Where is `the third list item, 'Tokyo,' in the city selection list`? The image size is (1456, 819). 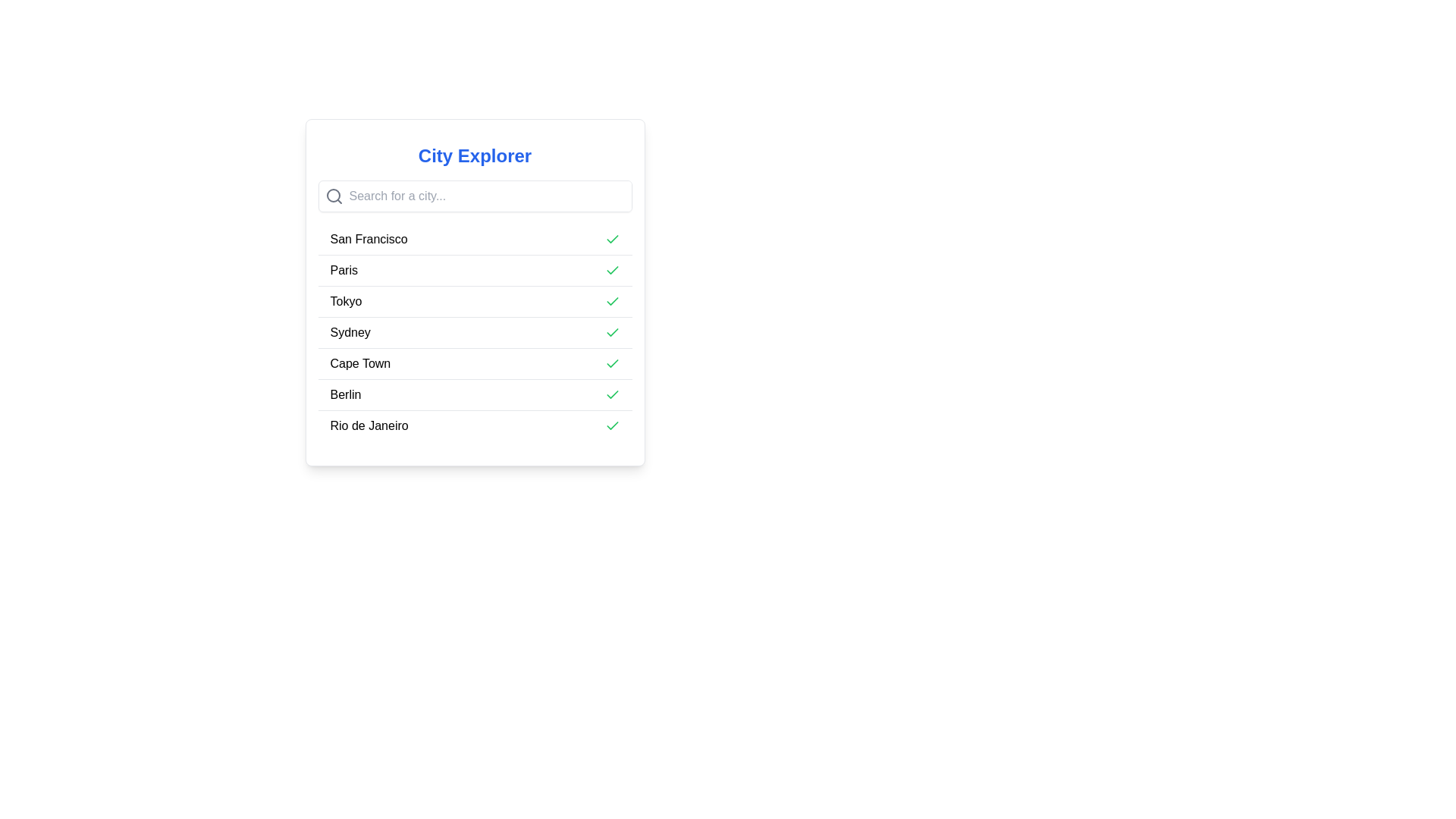
the third list item, 'Tokyo,' in the city selection list is located at coordinates (474, 292).